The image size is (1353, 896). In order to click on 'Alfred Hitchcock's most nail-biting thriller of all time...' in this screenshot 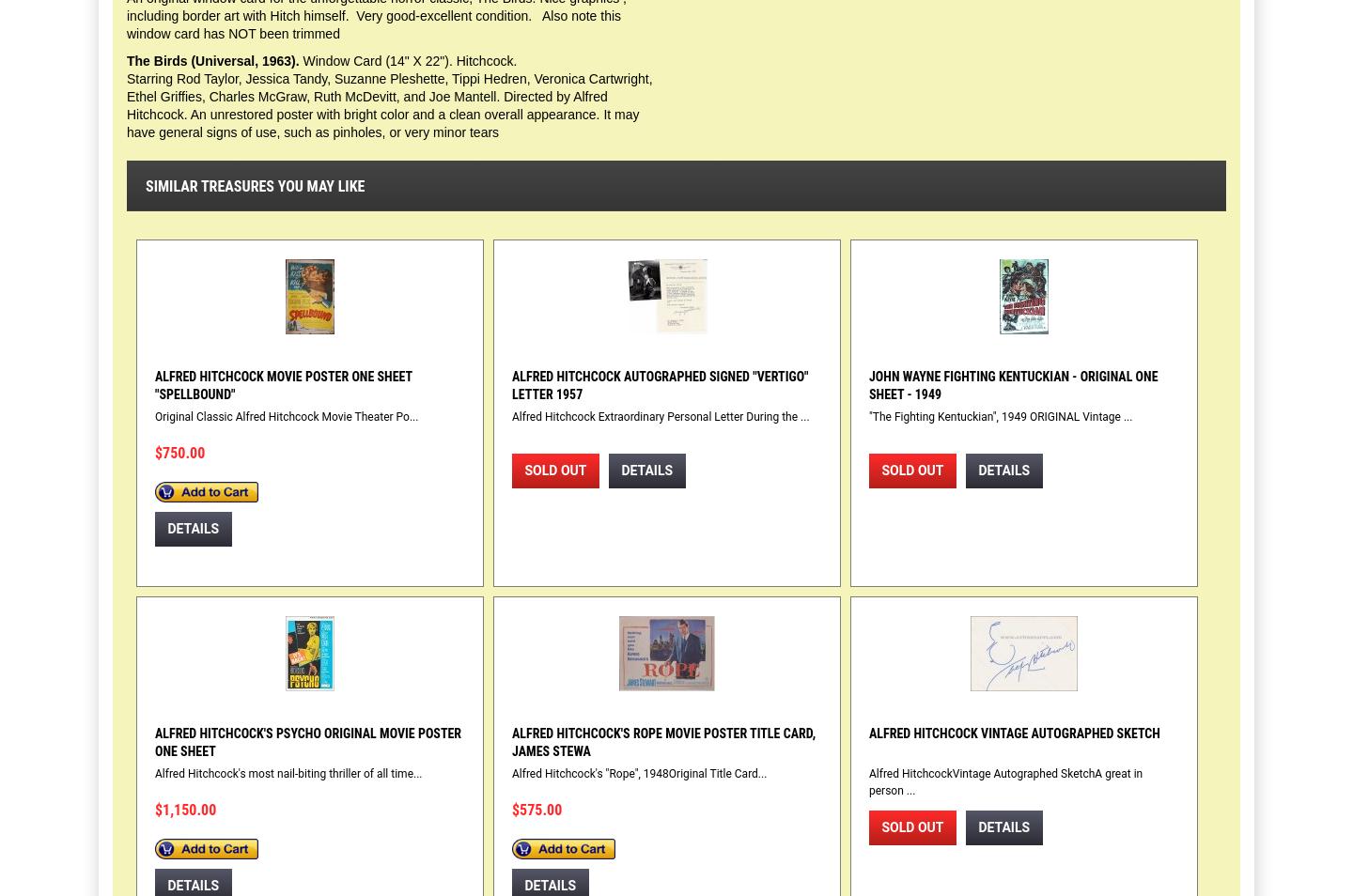, I will do `click(288, 773)`.